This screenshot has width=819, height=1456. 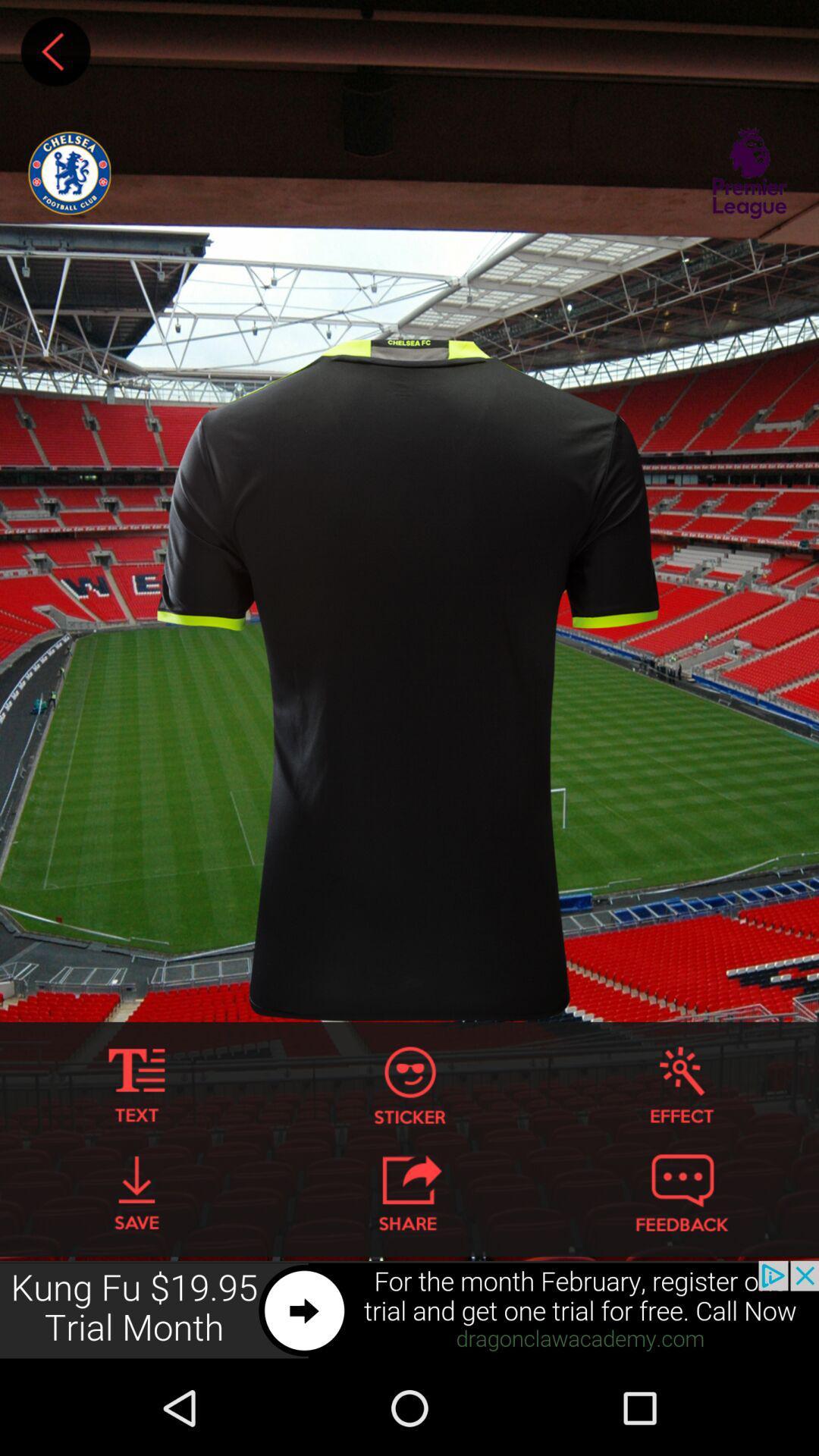 What do you see at coordinates (409, 1084) in the screenshot?
I see `sticker` at bounding box center [409, 1084].